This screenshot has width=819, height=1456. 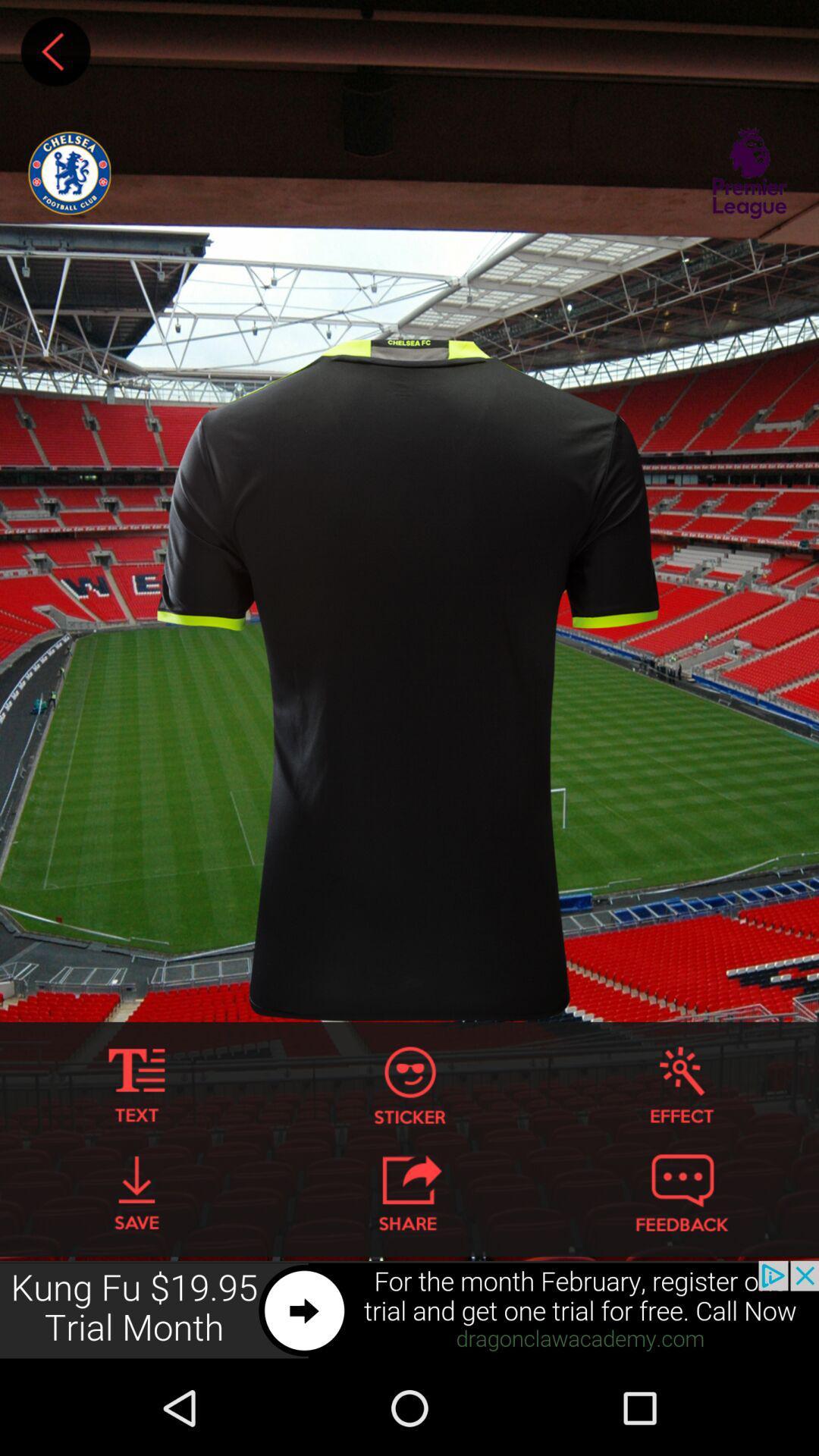 What do you see at coordinates (409, 1084) in the screenshot?
I see `sticker` at bounding box center [409, 1084].